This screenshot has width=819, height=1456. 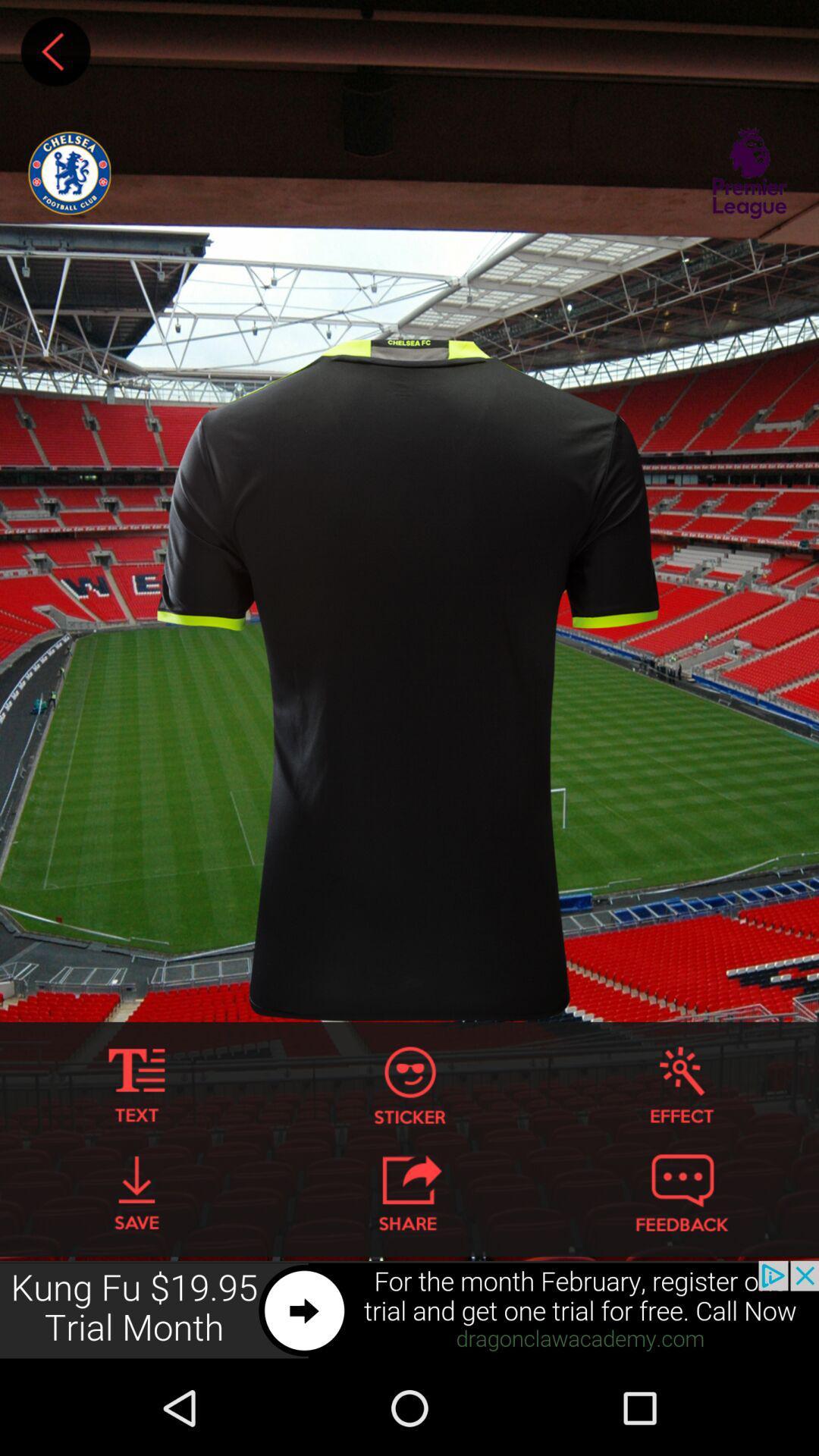 What do you see at coordinates (409, 1084) in the screenshot?
I see `sticker` at bounding box center [409, 1084].